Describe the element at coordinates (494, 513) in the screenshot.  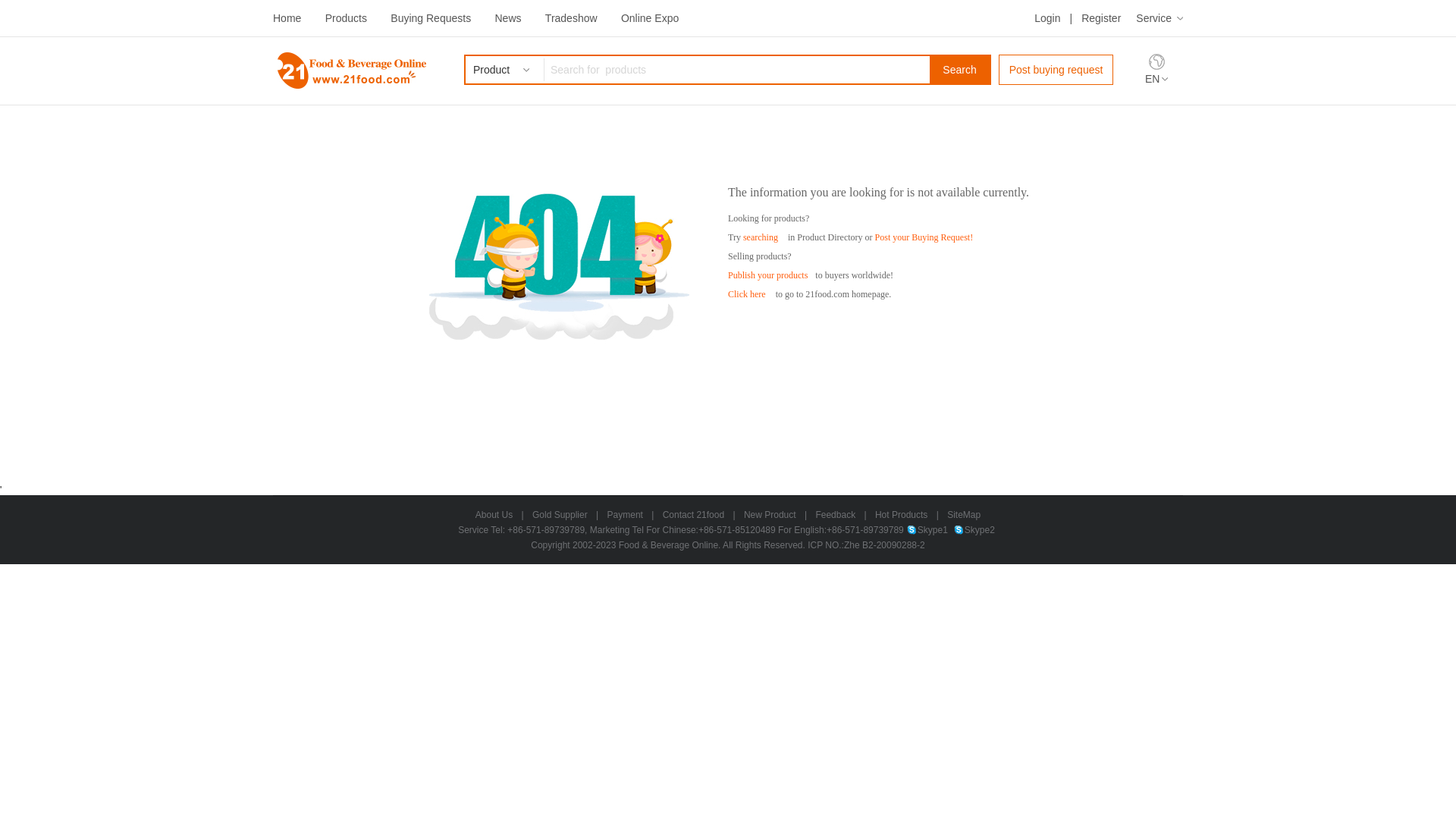
I see `'About Us'` at that location.